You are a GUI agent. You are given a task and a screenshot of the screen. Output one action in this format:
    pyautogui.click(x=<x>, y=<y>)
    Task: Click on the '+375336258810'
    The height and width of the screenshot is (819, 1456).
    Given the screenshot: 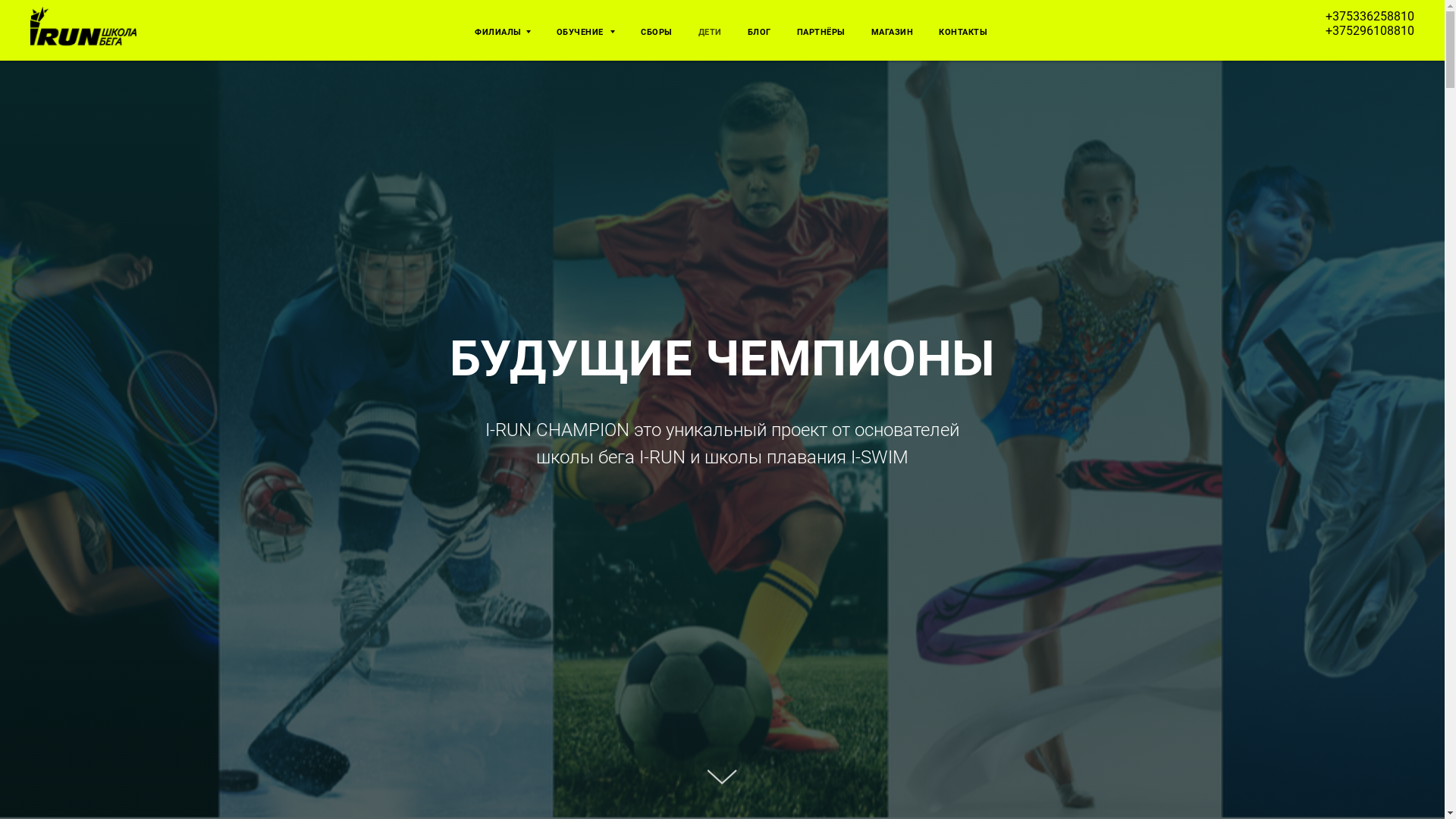 What is the action you would take?
    pyautogui.click(x=1370, y=16)
    